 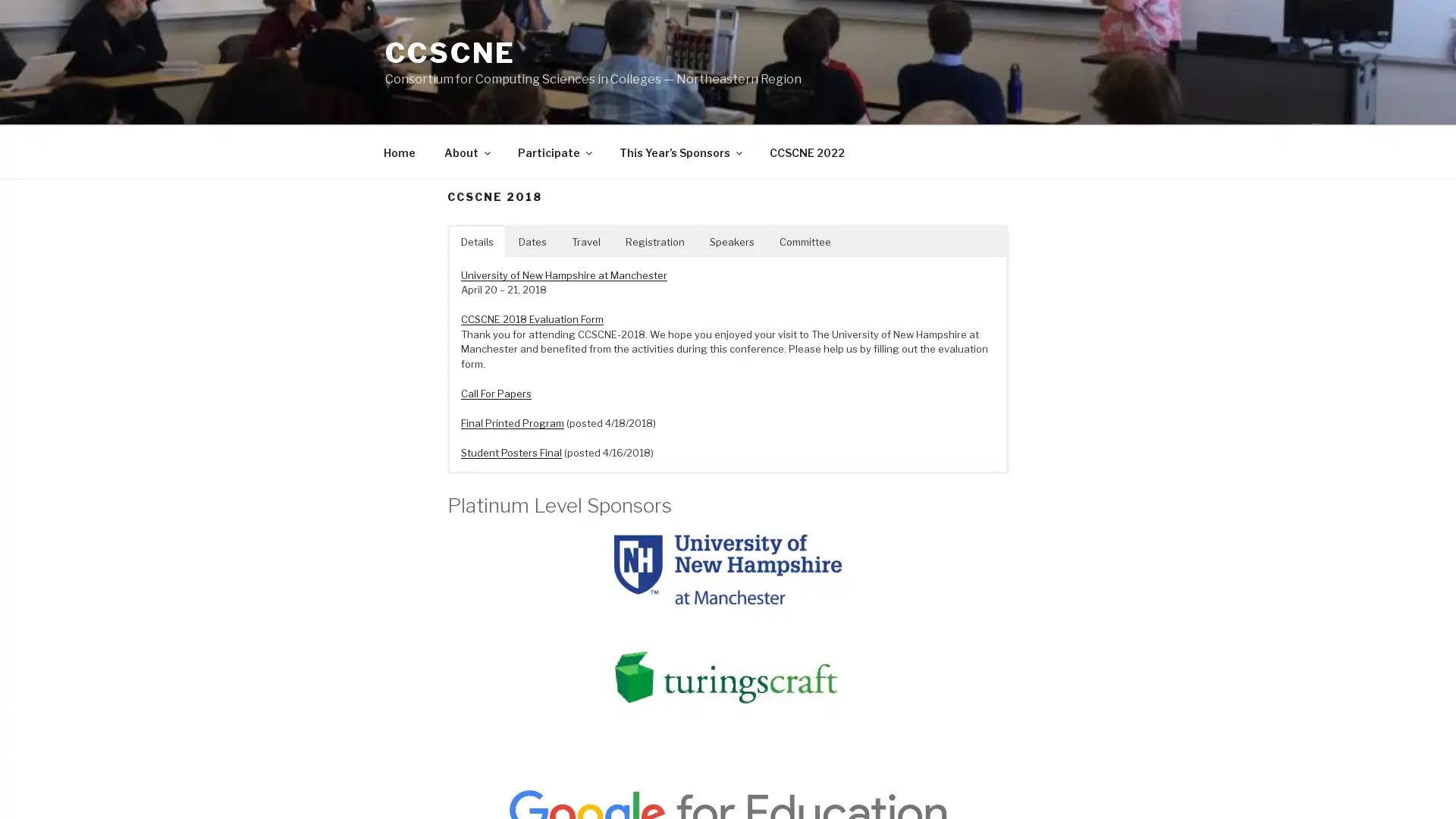 I want to click on Registration, so click(x=655, y=240).